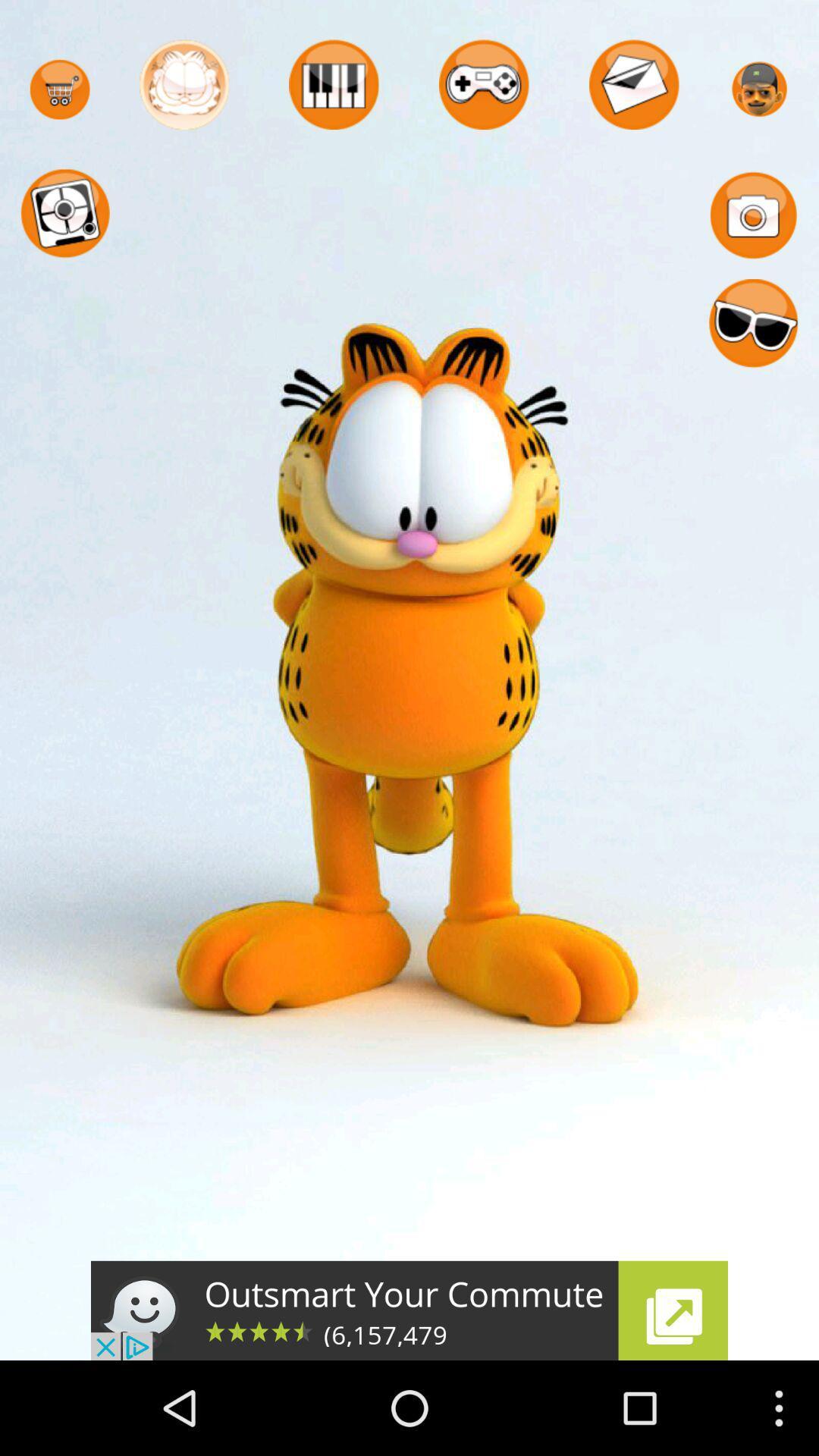 This screenshot has width=819, height=1456. I want to click on camera icon, so click(754, 214).